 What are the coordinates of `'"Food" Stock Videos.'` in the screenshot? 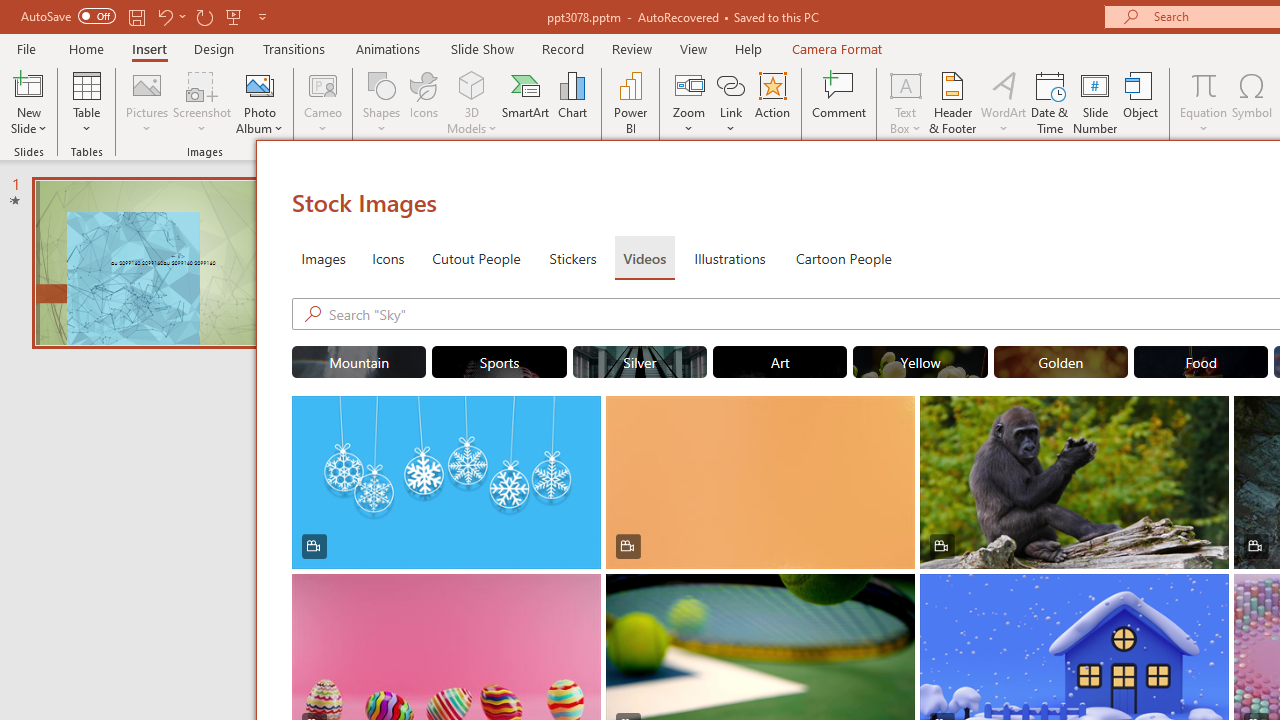 It's located at (1200, 362).